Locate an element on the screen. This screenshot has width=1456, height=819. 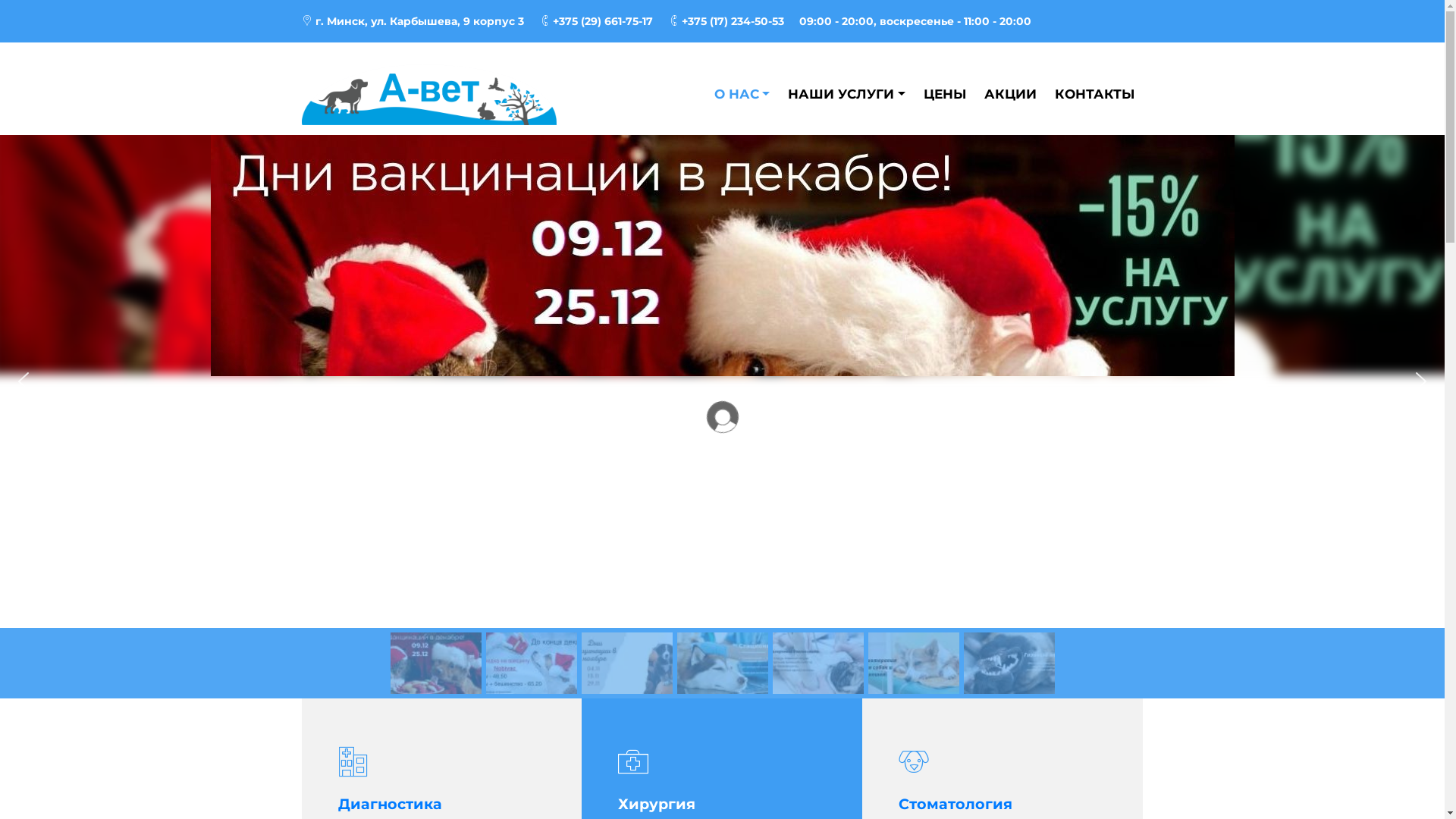
'+375 (17) 234-50-53' is located at coordinates (667, 20).